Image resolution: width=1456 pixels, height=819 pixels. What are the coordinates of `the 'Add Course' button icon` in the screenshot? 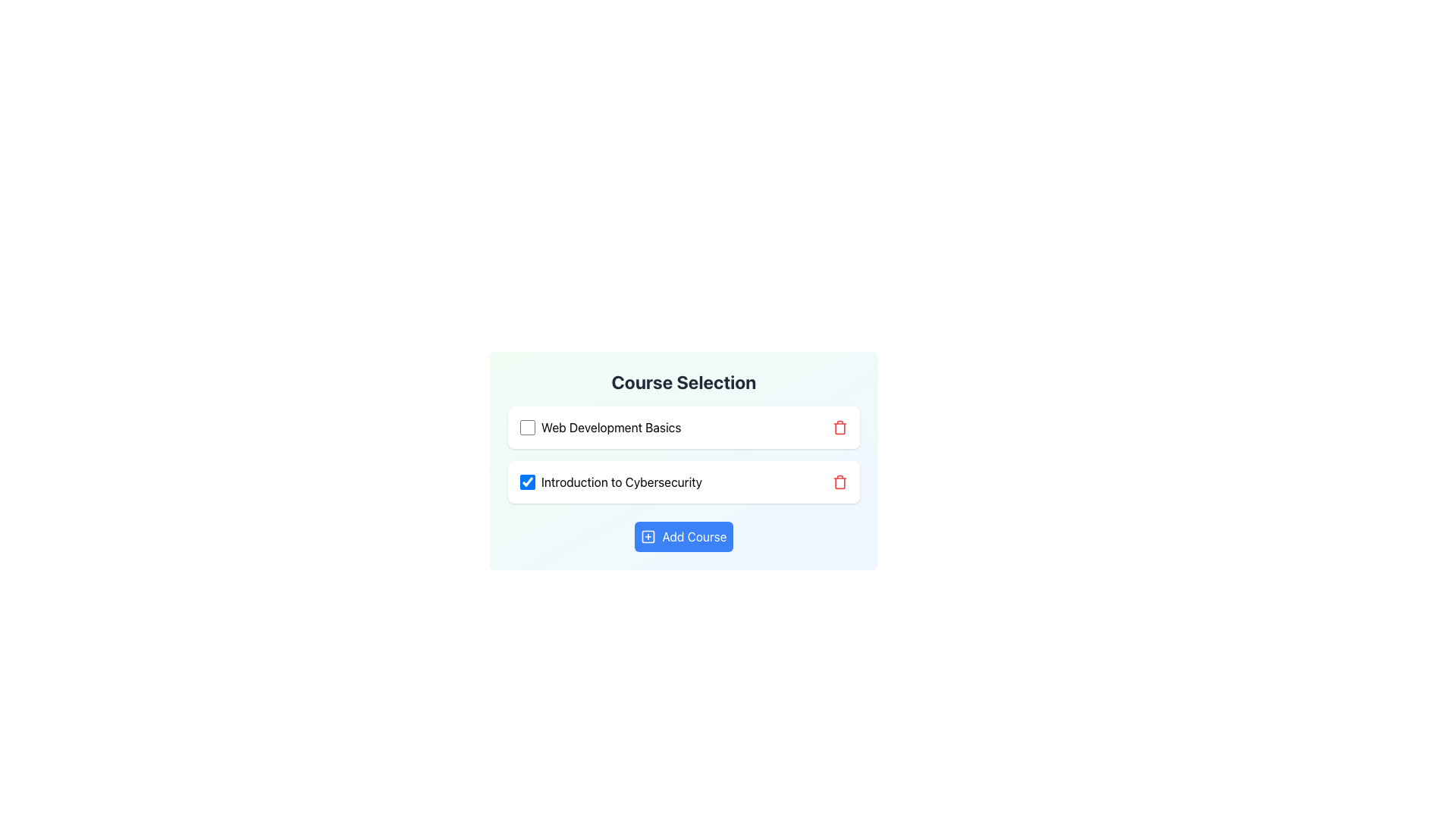 It's located at (648, 536).